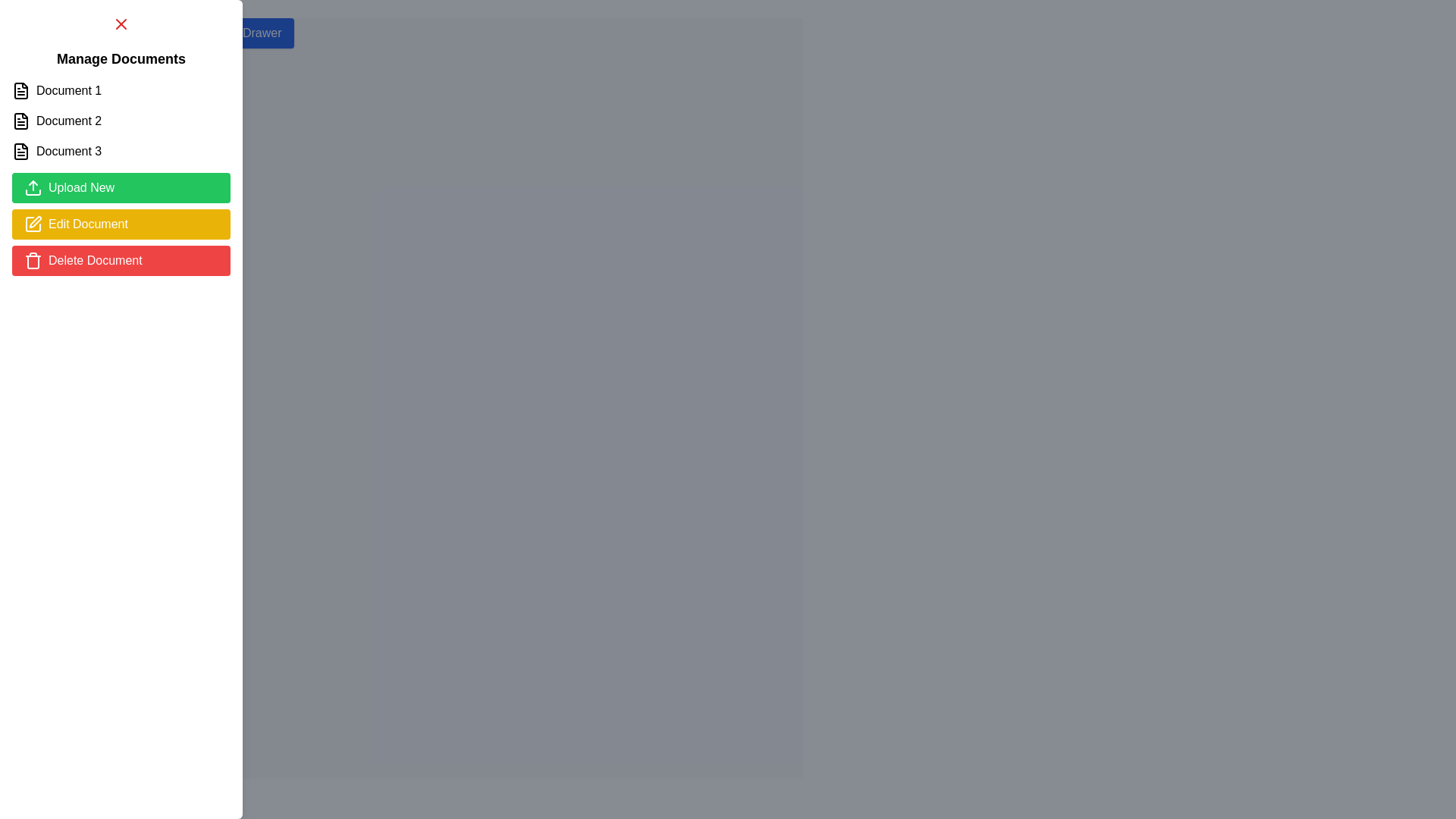 This screenshot has height=819, width=1456. Describe the element at coordinates (120, 24) in the screenshot. I see `the close button located at the top-left corner of the white panel, to the left of the heading 'Manage Documents'` at that location.